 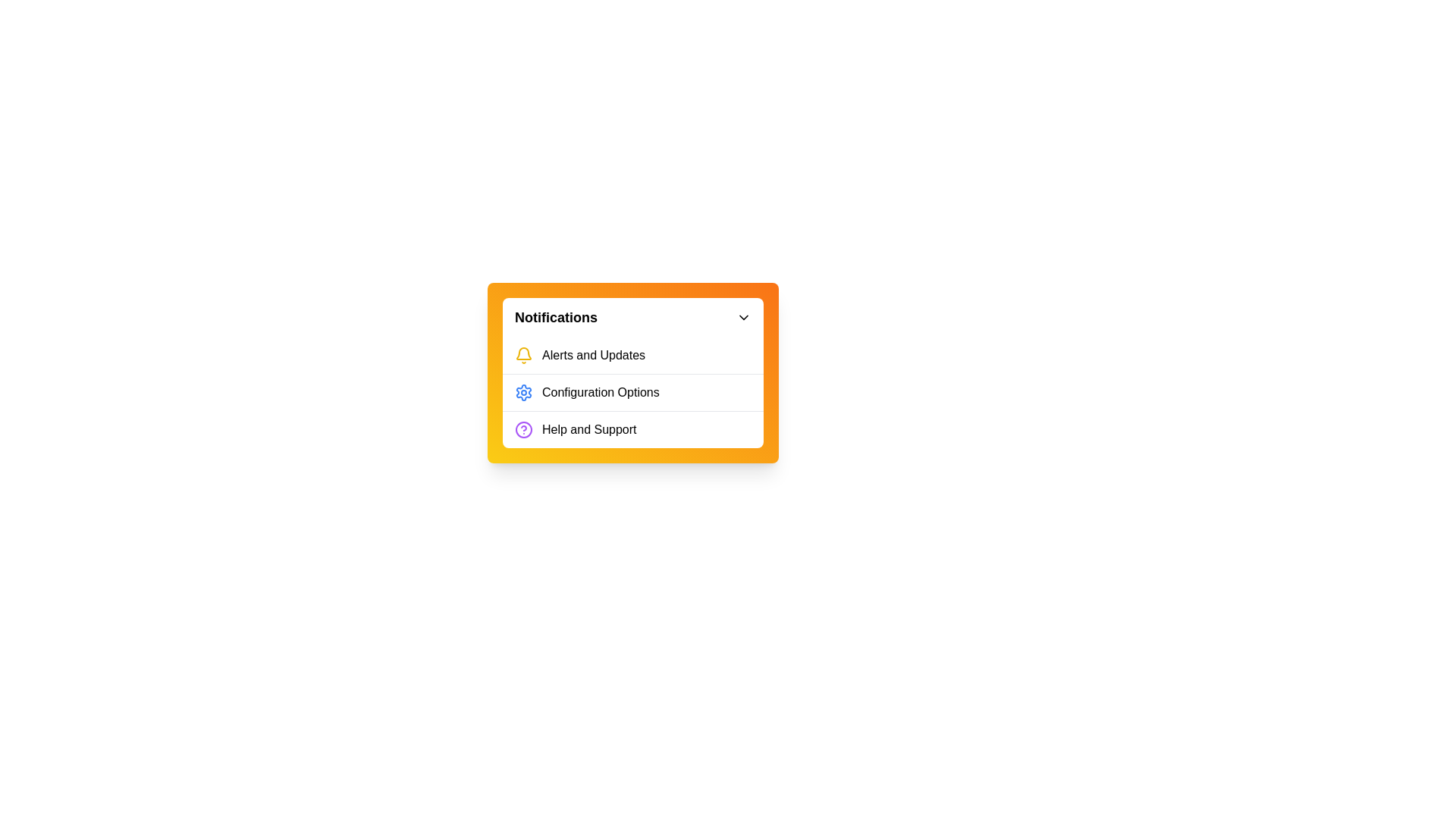 I want to click on the 'Configuration Options' item in the NotificationPanel, so click(x=633, y=391).